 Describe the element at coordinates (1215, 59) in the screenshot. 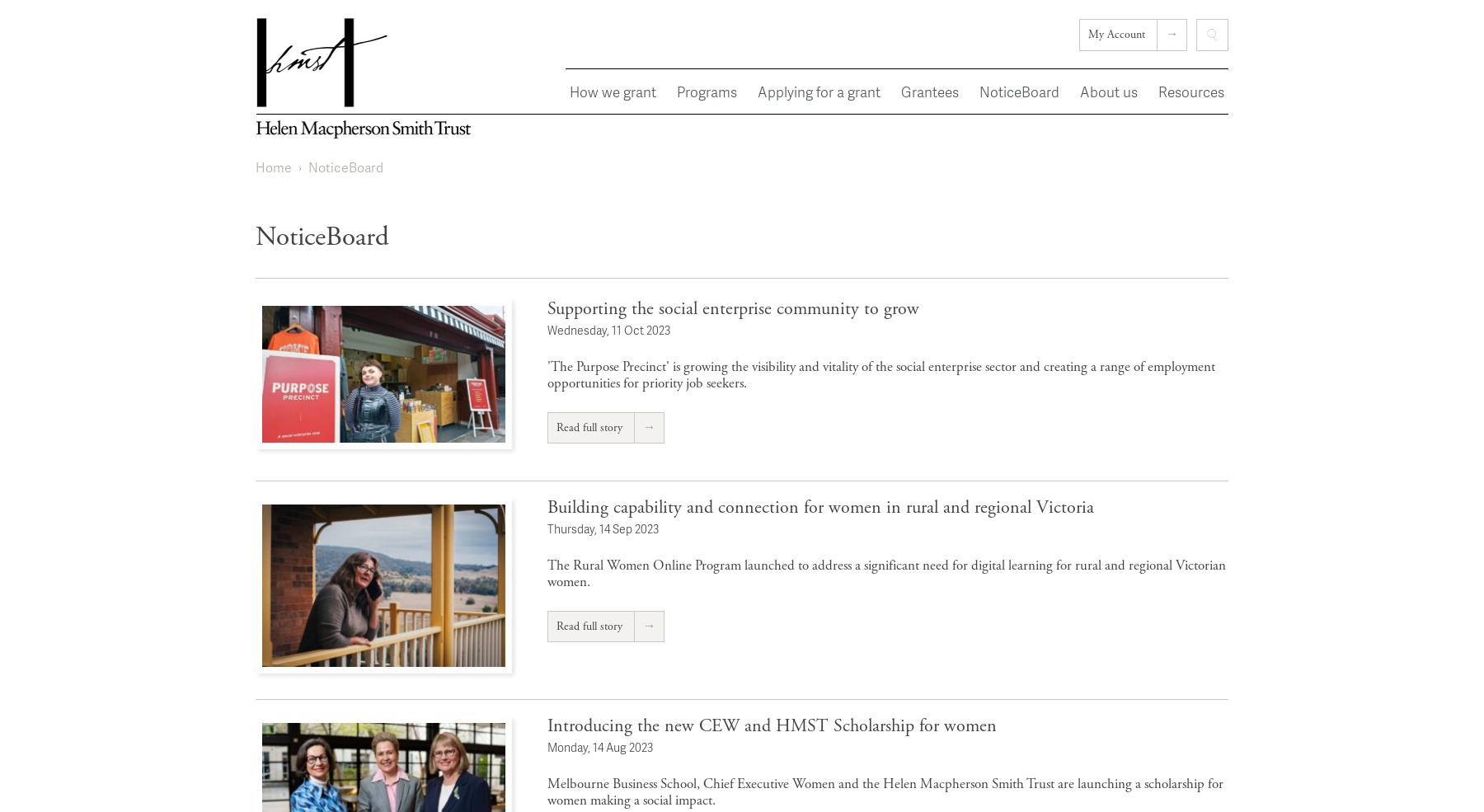

I see `'Search'` at that location.